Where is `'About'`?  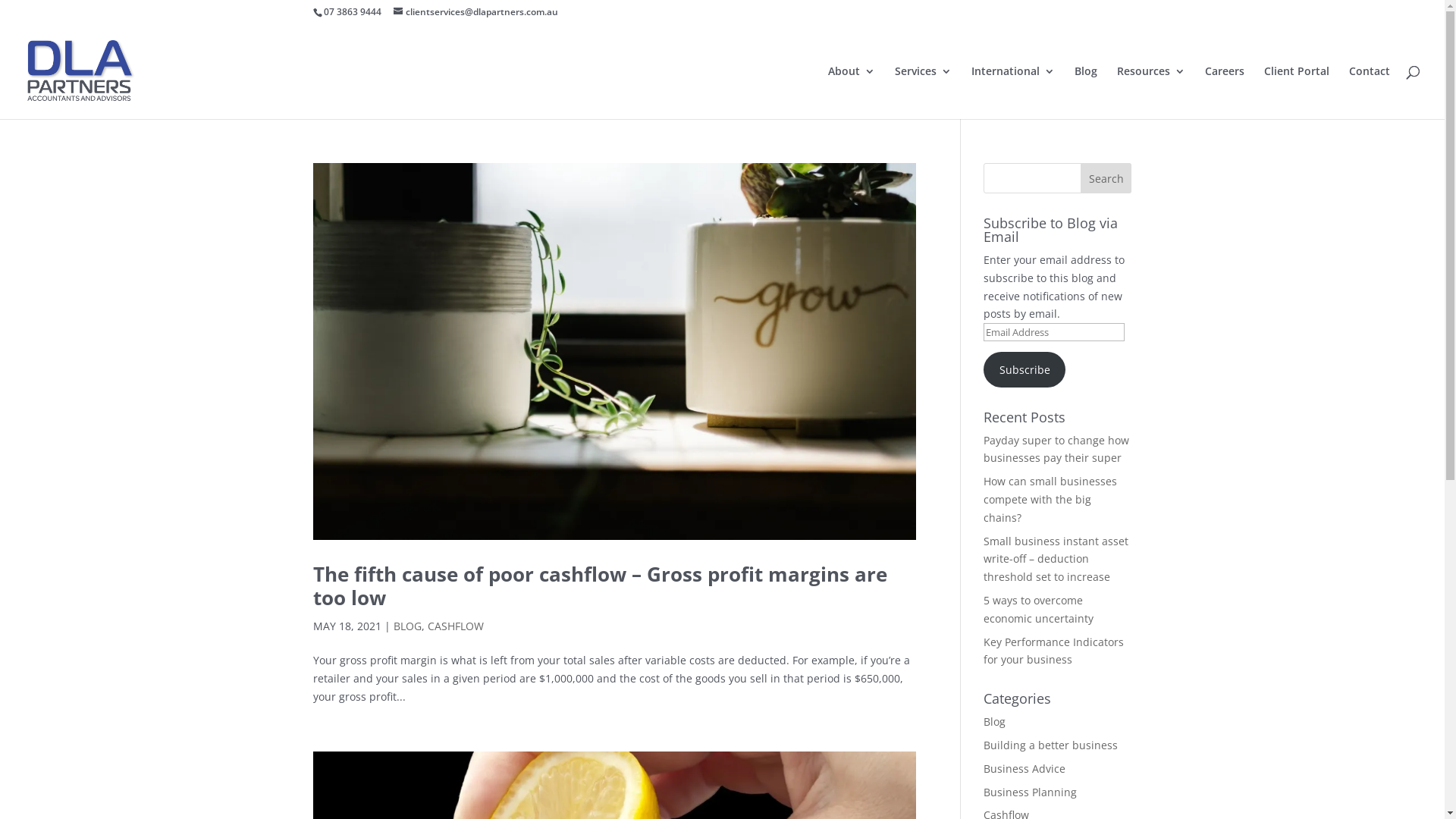
'About' is located at coordinates (852, 93).